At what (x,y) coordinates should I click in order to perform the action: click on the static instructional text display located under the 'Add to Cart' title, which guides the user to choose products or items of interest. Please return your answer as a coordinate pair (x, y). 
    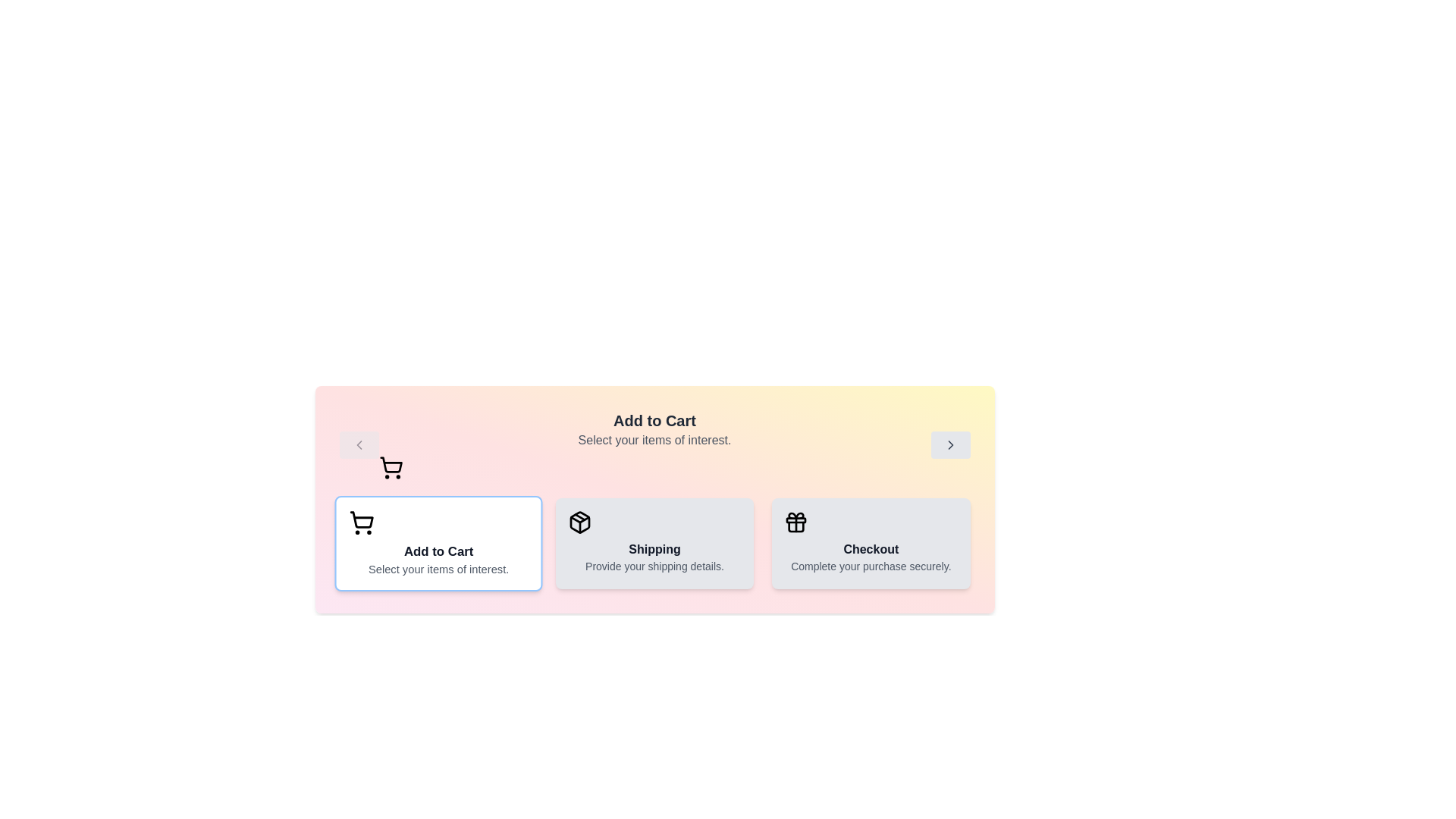
    Looking at the image, I should click on (654, 441).